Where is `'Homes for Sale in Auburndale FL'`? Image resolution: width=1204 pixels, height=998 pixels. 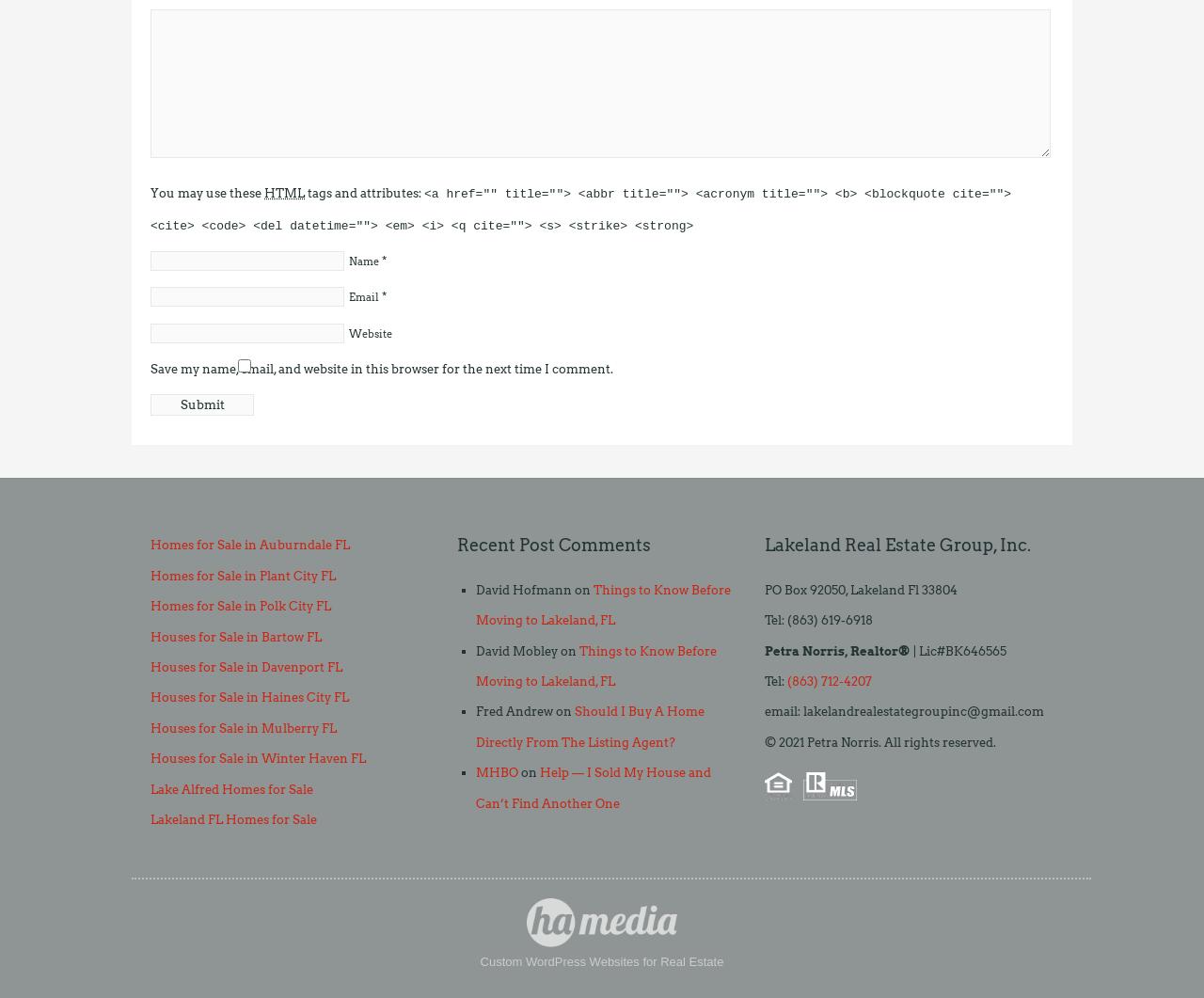
'Homes for Sale in Auburndale FL' is located at coordinates (248, 544).